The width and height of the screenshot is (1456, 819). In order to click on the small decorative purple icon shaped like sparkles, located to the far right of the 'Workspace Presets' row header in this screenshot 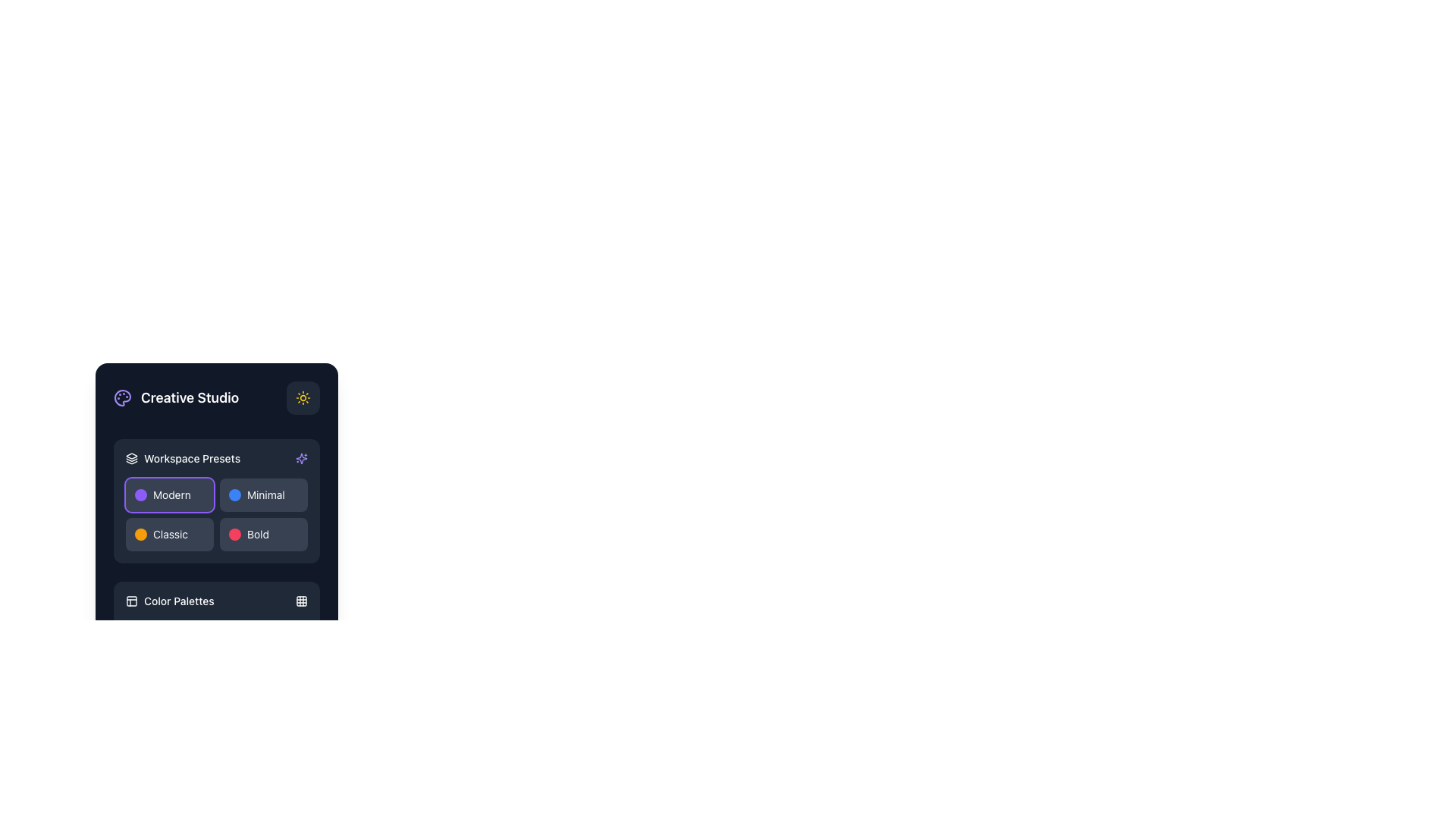, I will do `click(302, 458)`.